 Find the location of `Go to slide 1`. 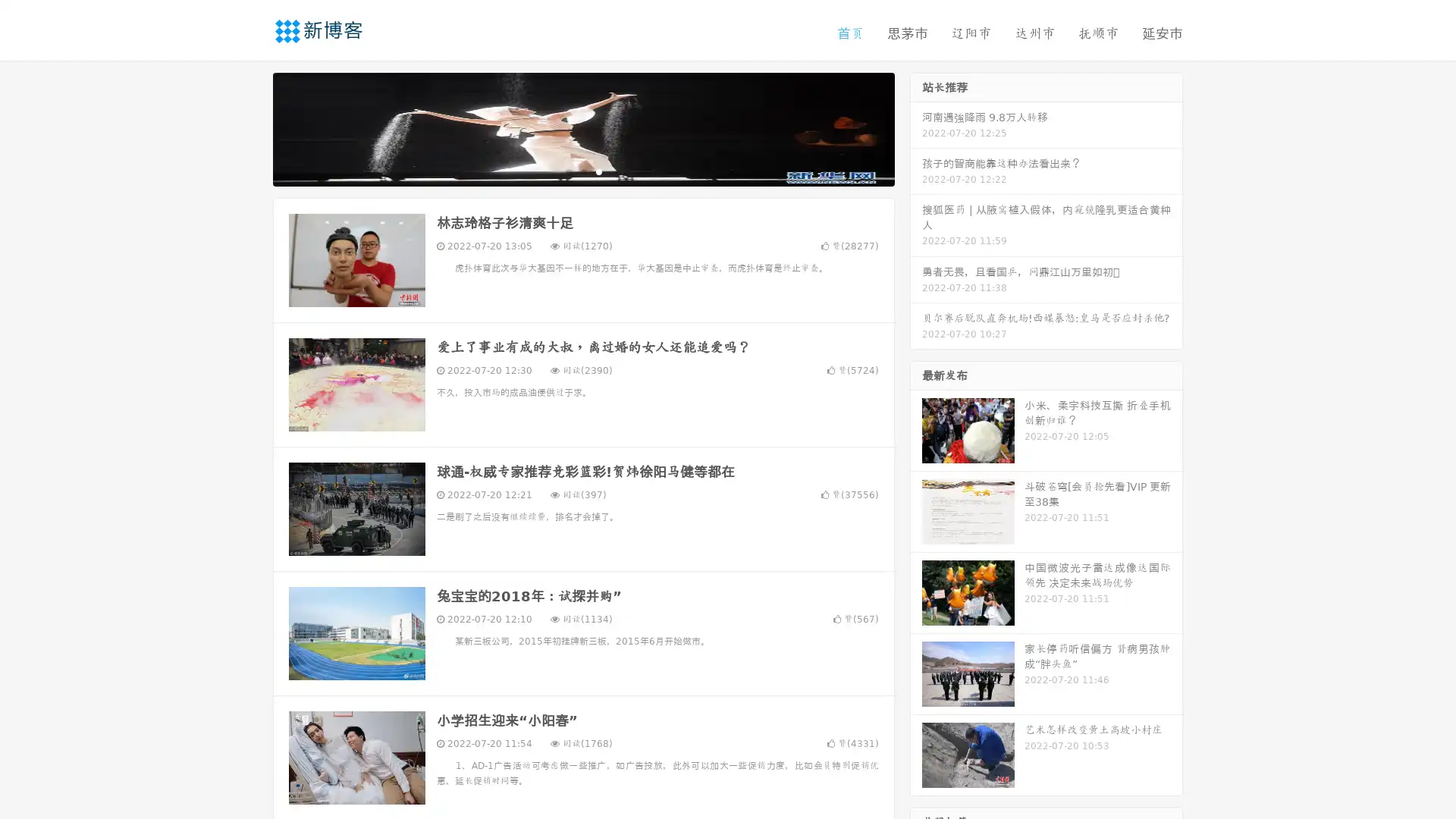

Go to slide 1 is located at coordinates (567, 171).